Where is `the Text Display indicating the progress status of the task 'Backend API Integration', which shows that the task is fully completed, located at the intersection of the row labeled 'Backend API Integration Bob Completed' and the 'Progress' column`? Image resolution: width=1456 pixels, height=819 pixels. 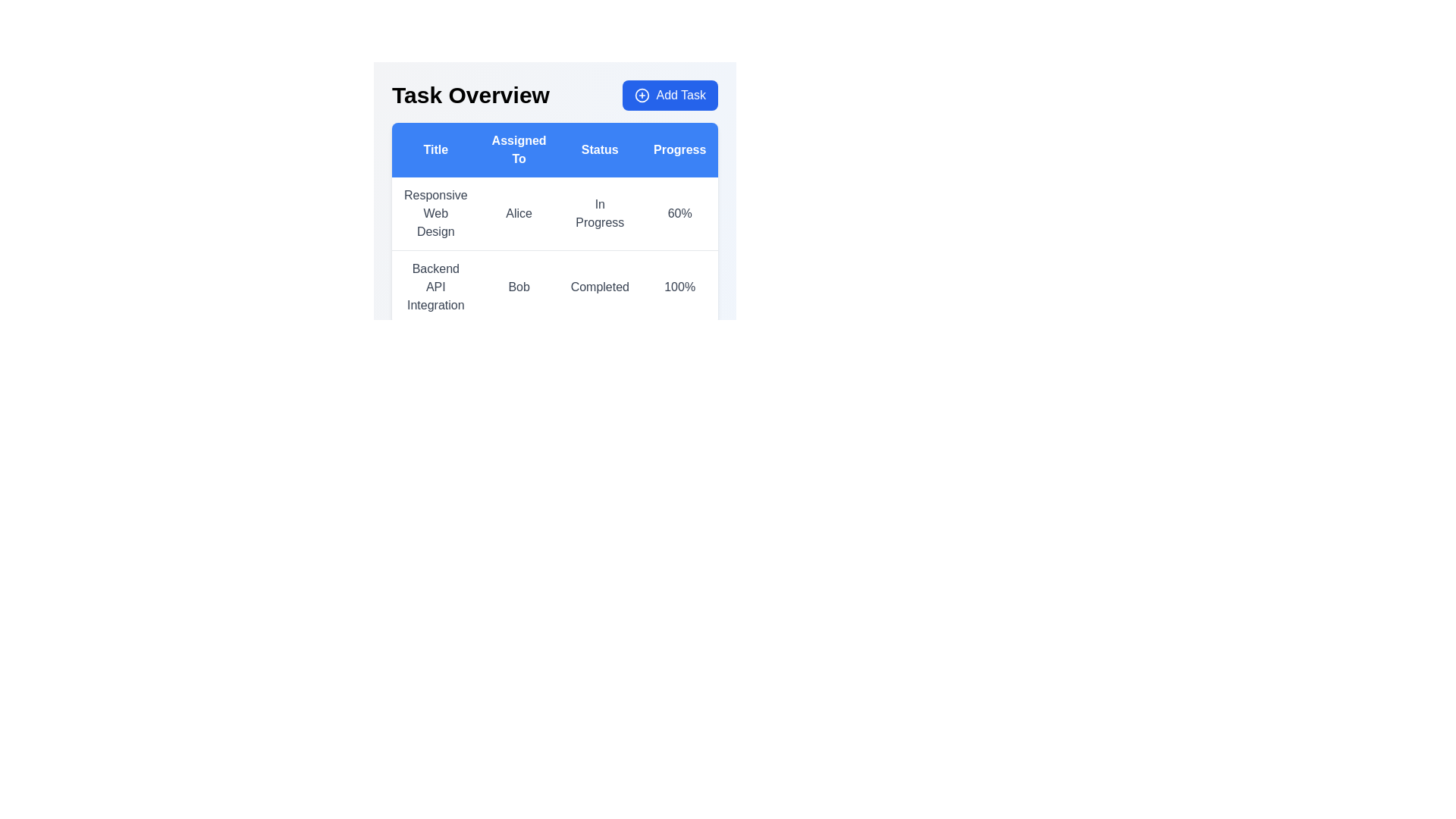 the Text Display indicating the progress status of the task 'Backend API Integration', which shows that the task is fully completed, located at the intersection of the row labeled 'Backend API Integration Bob Completed' and the 'Progress' column is located at coordinates (679, 287).